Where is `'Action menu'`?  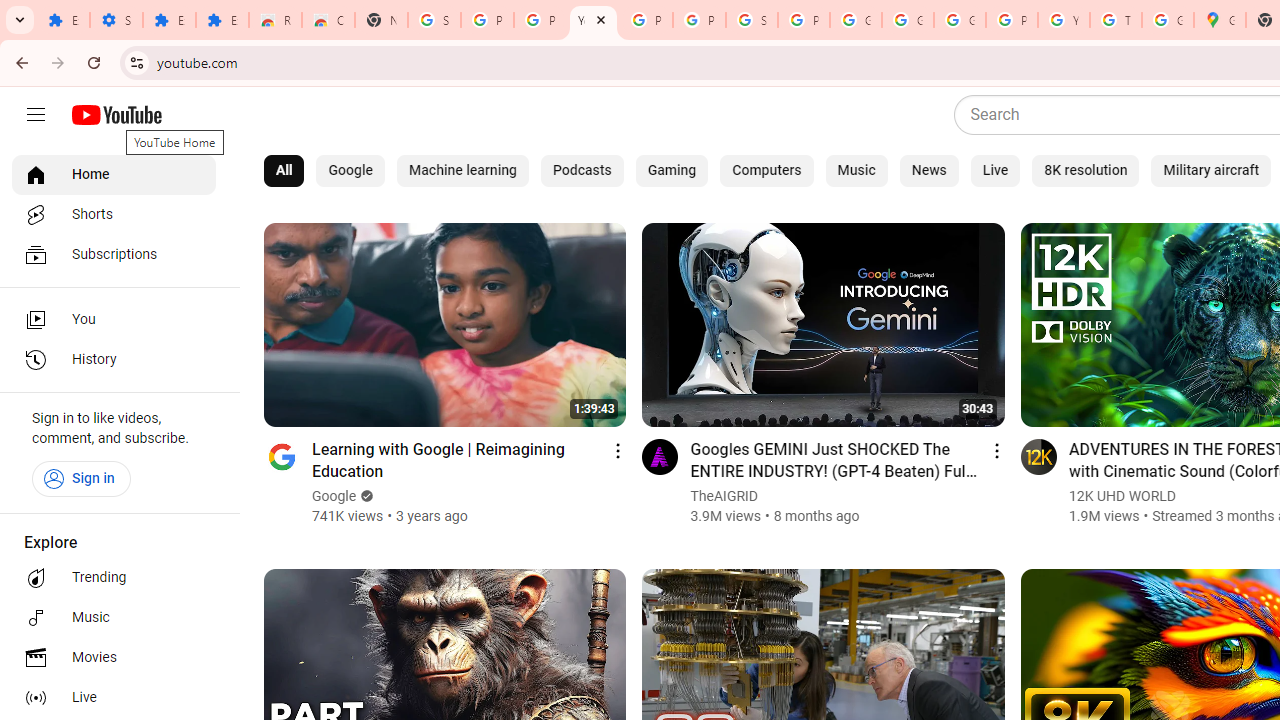 'Action menu' is located at coordinates (996, 450).